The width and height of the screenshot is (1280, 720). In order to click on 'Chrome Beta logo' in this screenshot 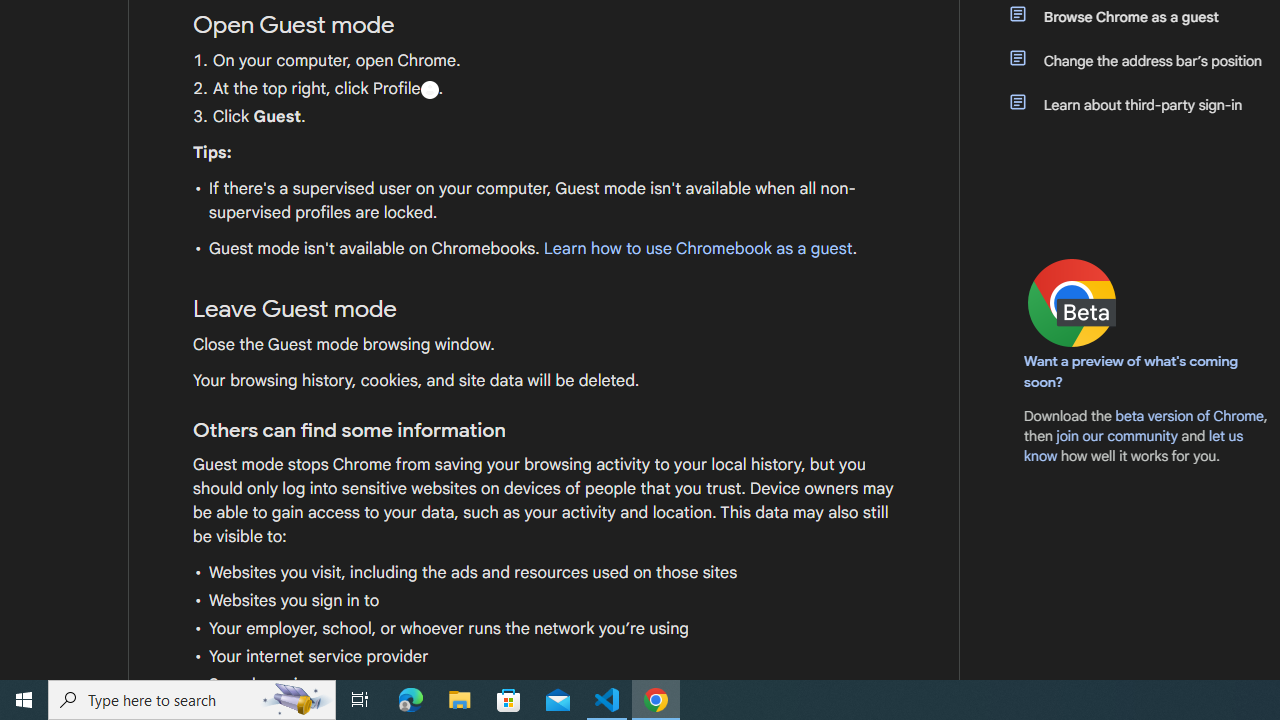, I will do `click(1071, 303)`.